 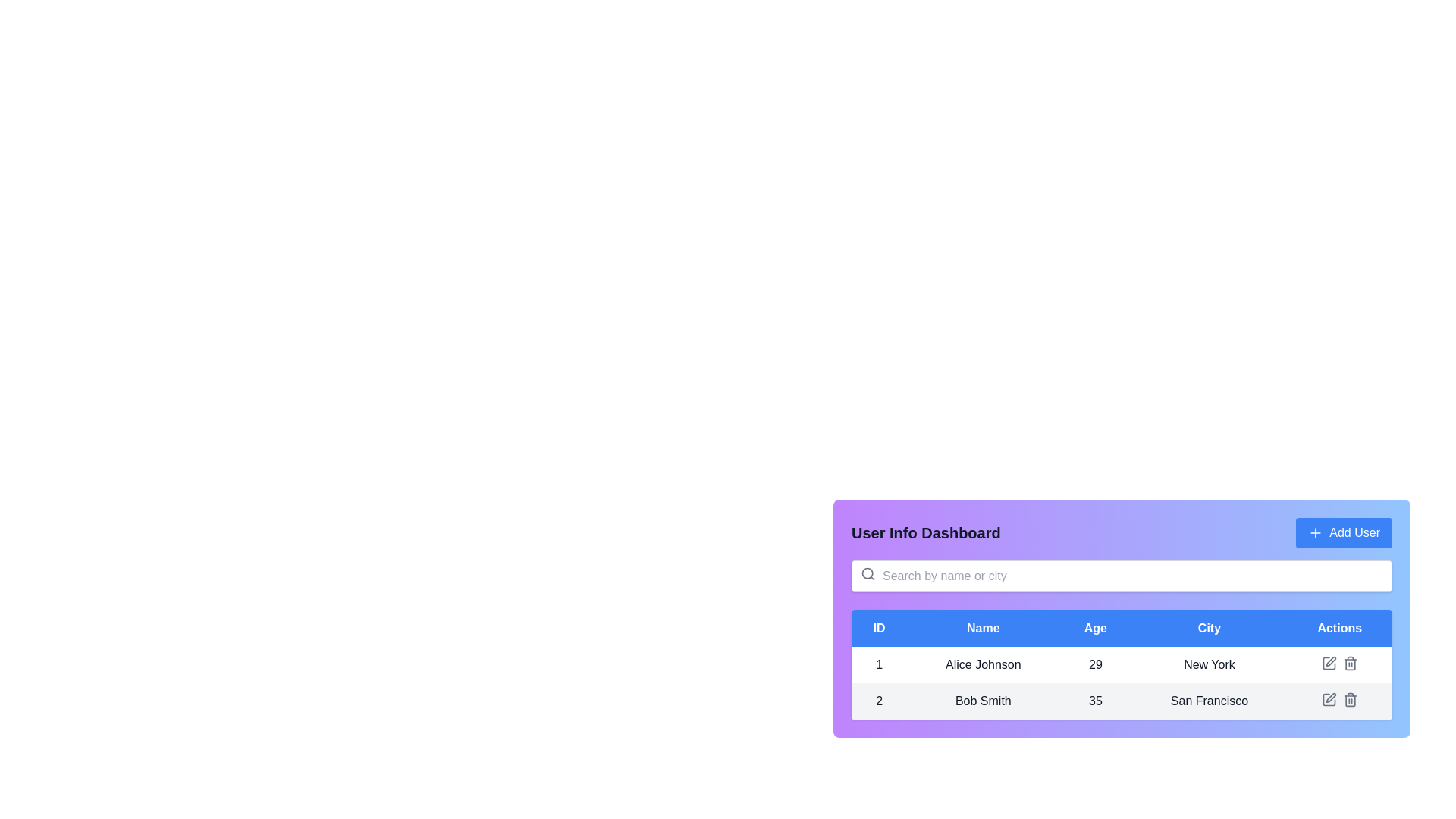 I want to click on the trash bin icon, which is a minimalist styled button located in the 'Actions' column of the first row of the user data table, adjacent to the edit icon, so click(x=1350, y=663).